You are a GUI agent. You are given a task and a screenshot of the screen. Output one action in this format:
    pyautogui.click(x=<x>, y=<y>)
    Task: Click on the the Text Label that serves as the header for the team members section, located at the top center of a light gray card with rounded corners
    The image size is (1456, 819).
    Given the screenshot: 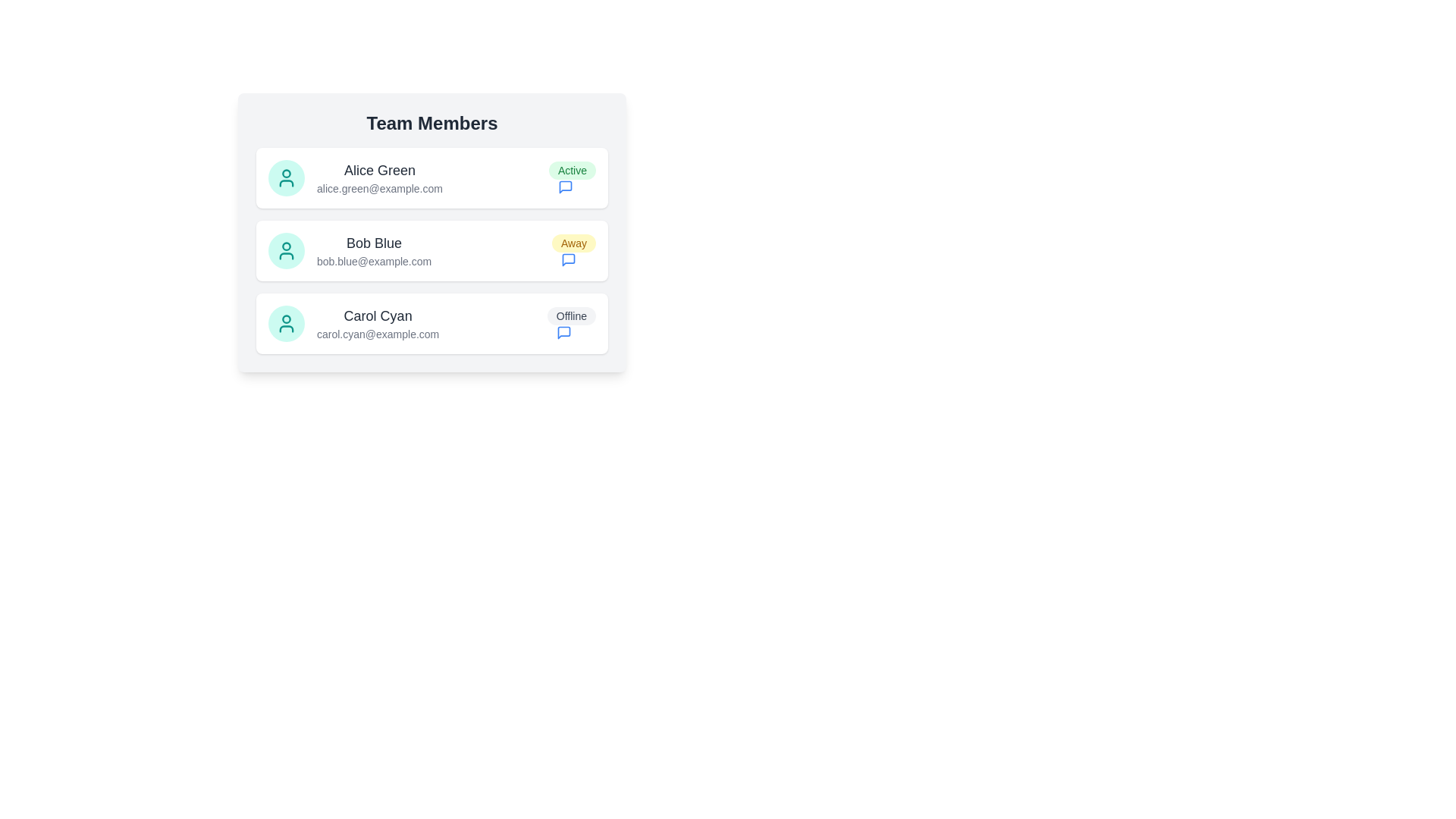 What is the action you would take?
    pyautogui.click(x=431, y=122)
    